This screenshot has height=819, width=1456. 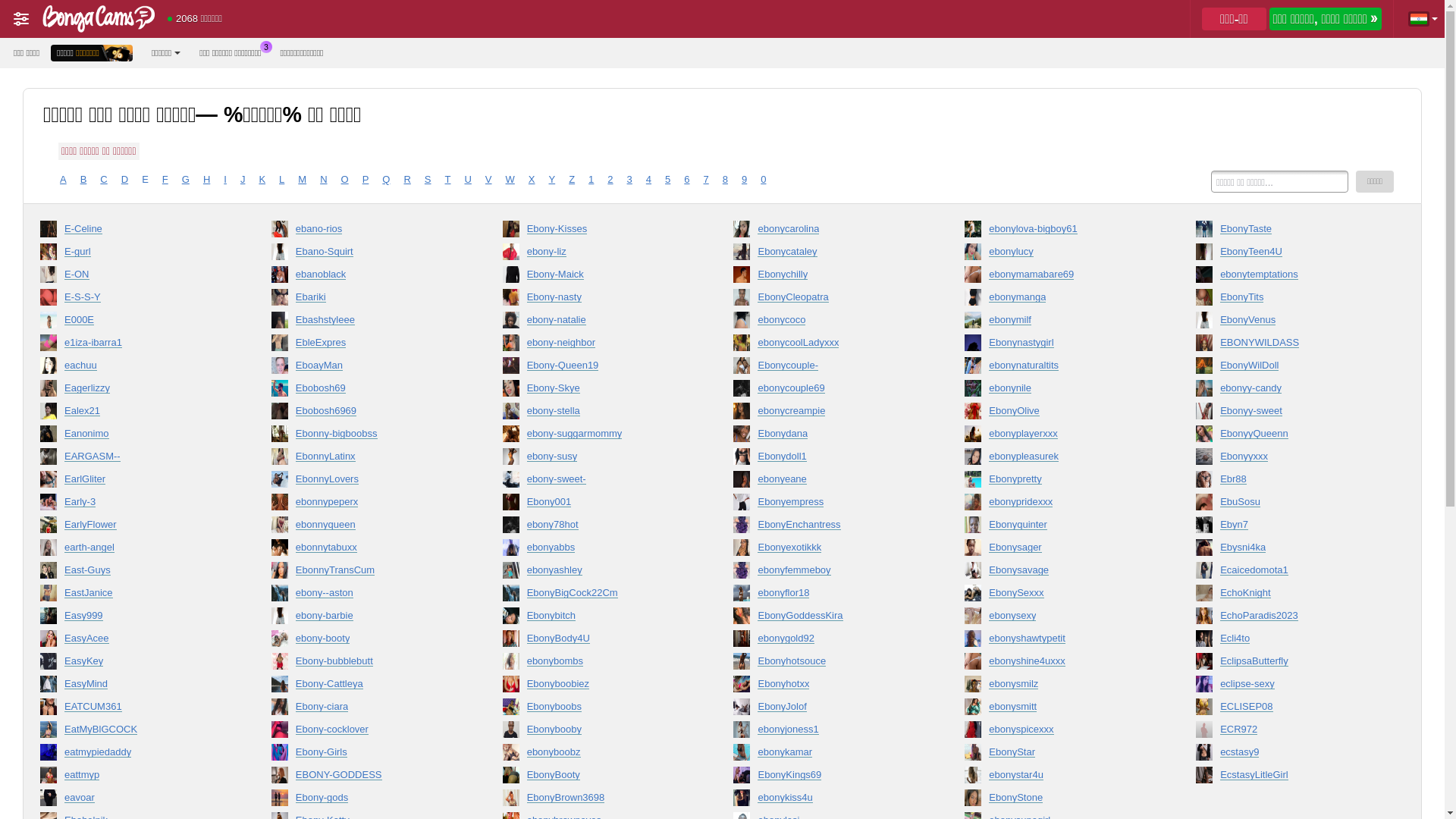 What do you see at coordinates (365, 663) in the screenshot?
I see `'Ebony-bubblebutt'` at bounding box center [365, 663].